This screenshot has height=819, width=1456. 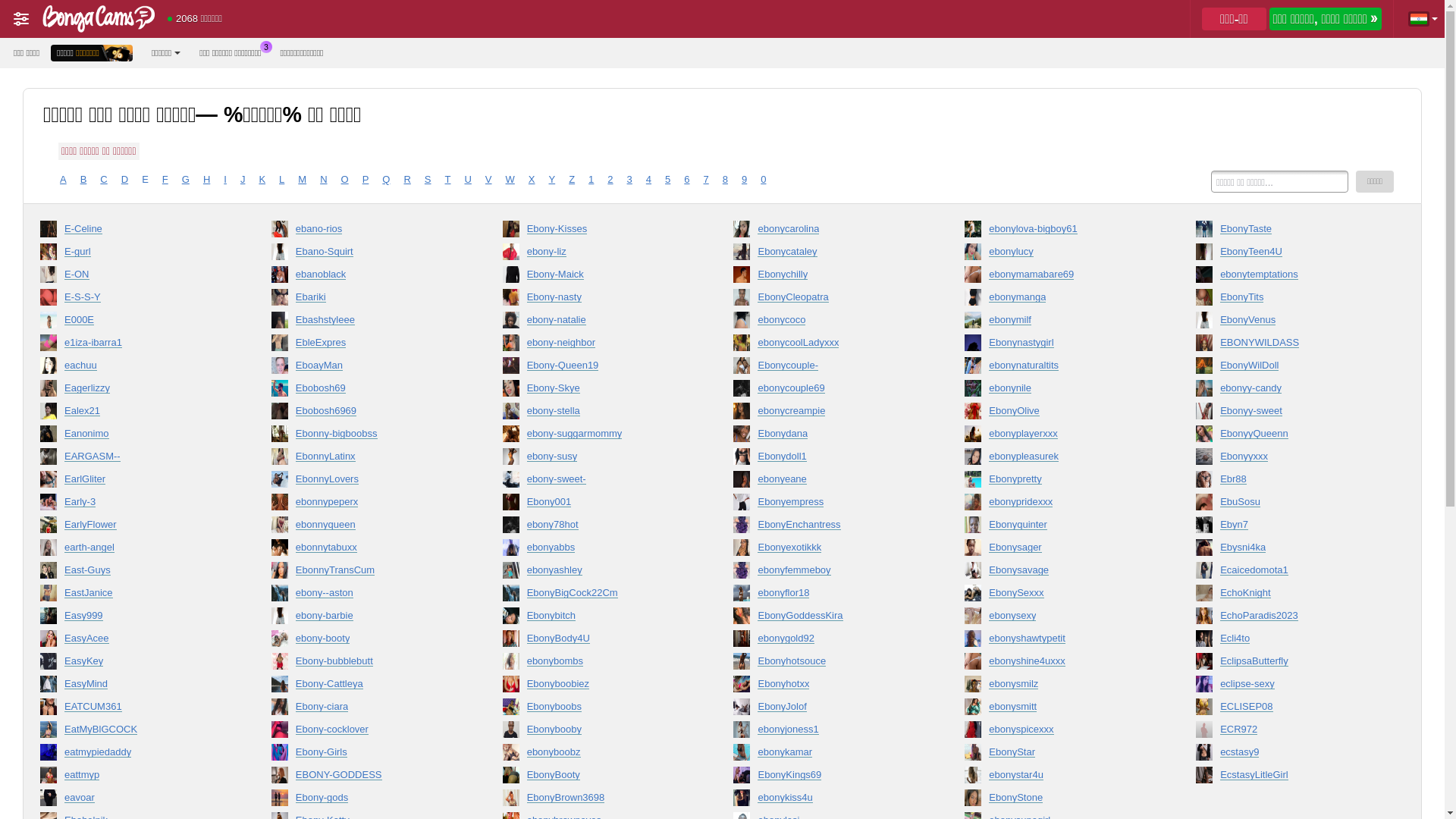 What do you see at coordinates (365, 663) in the screenshot?
I see `'Ebony-bubblebutt'` at bounding box center [365, 663].